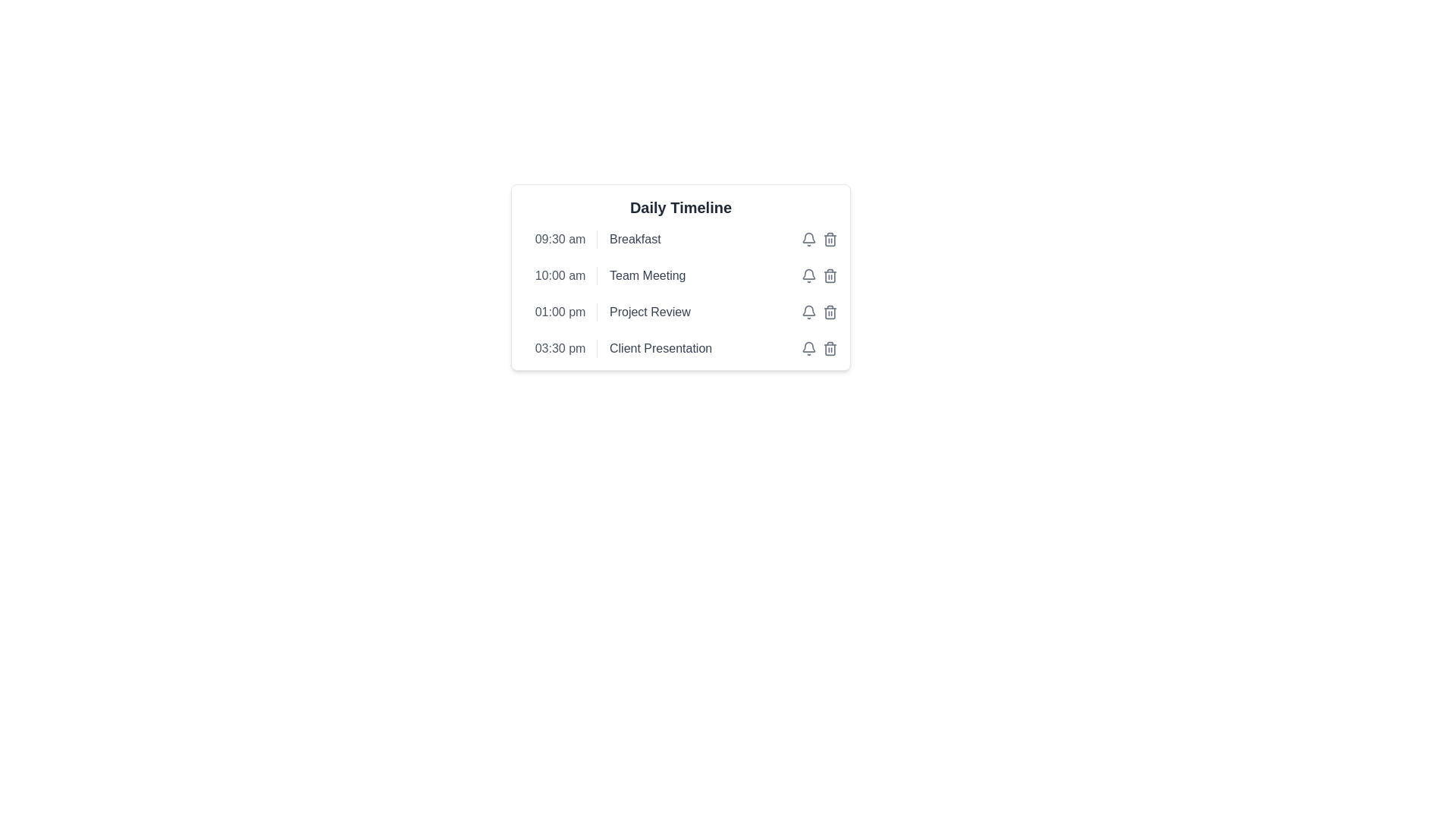  Describe the element at coordinates (829, 348) in the screenshot. I see `the delete icon button for the 'Client Presentation' entry in the Daily Timeline` at that location.